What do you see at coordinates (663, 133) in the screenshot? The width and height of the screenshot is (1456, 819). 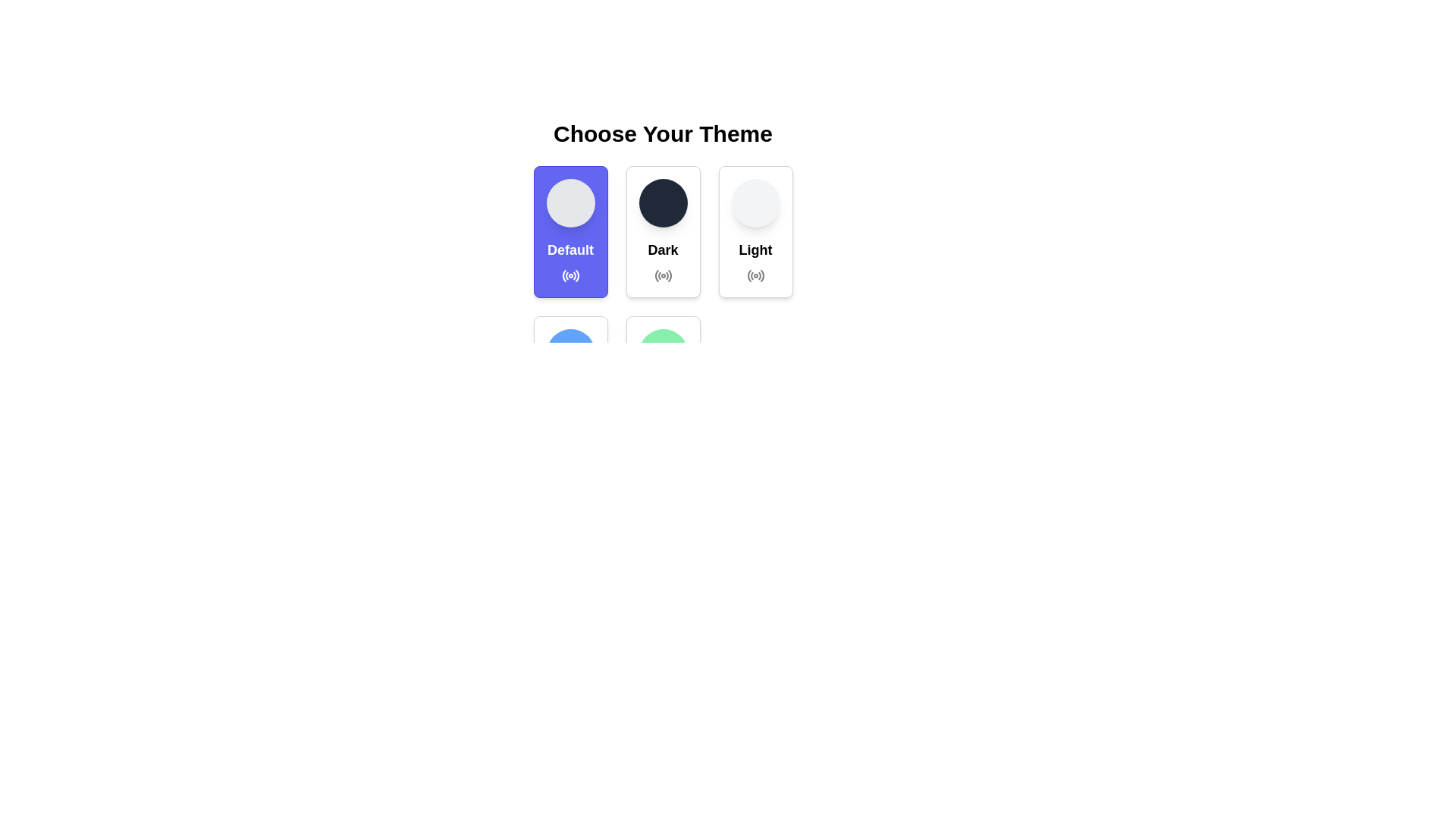 I see `the text label that says 'Choose Your Theme', which is centrally positioned at the top of the theme selection interface` at bounding box center [663, 133].